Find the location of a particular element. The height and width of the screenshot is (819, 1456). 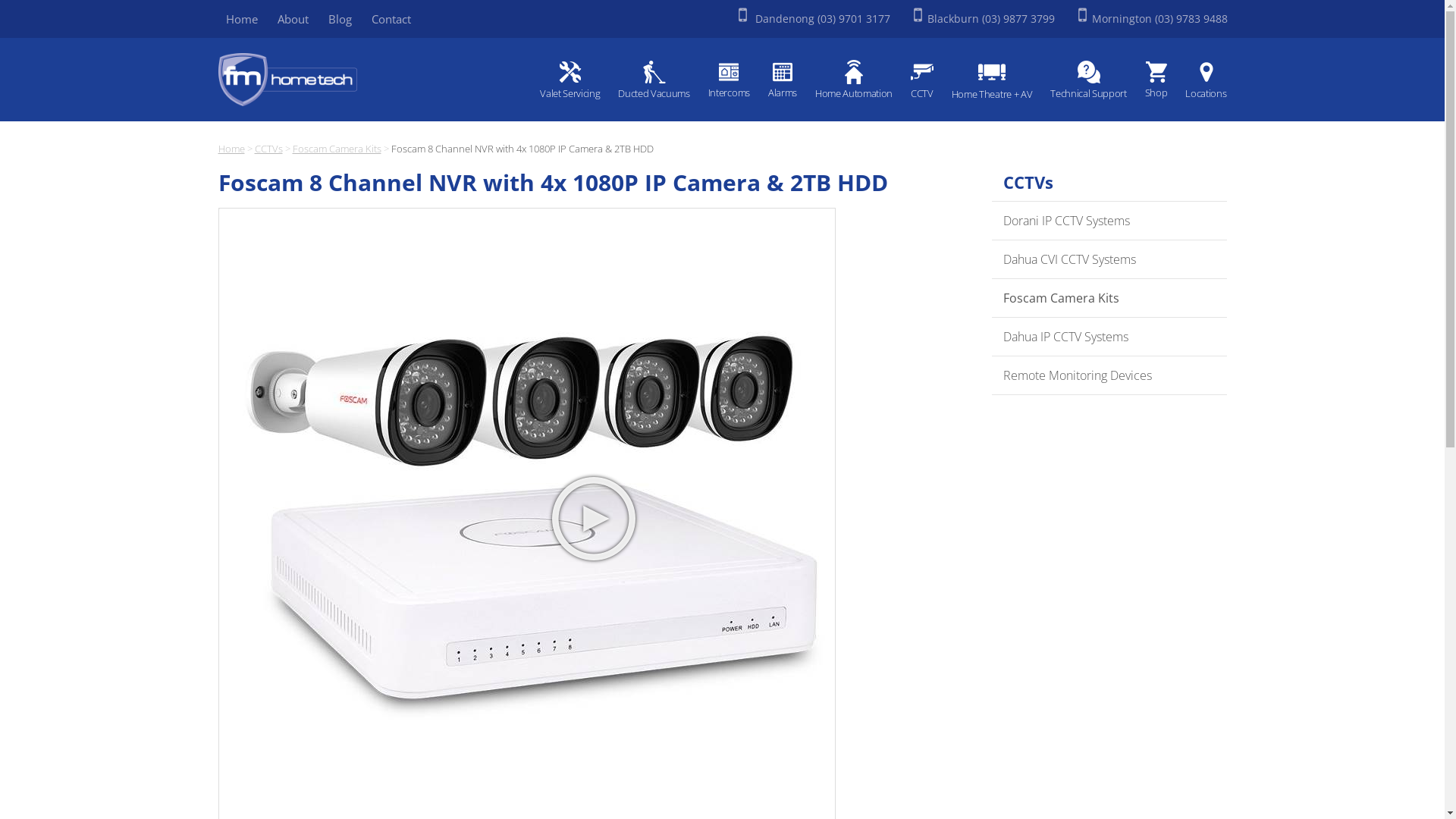

'Blog' is located at coordinates (339, 18).